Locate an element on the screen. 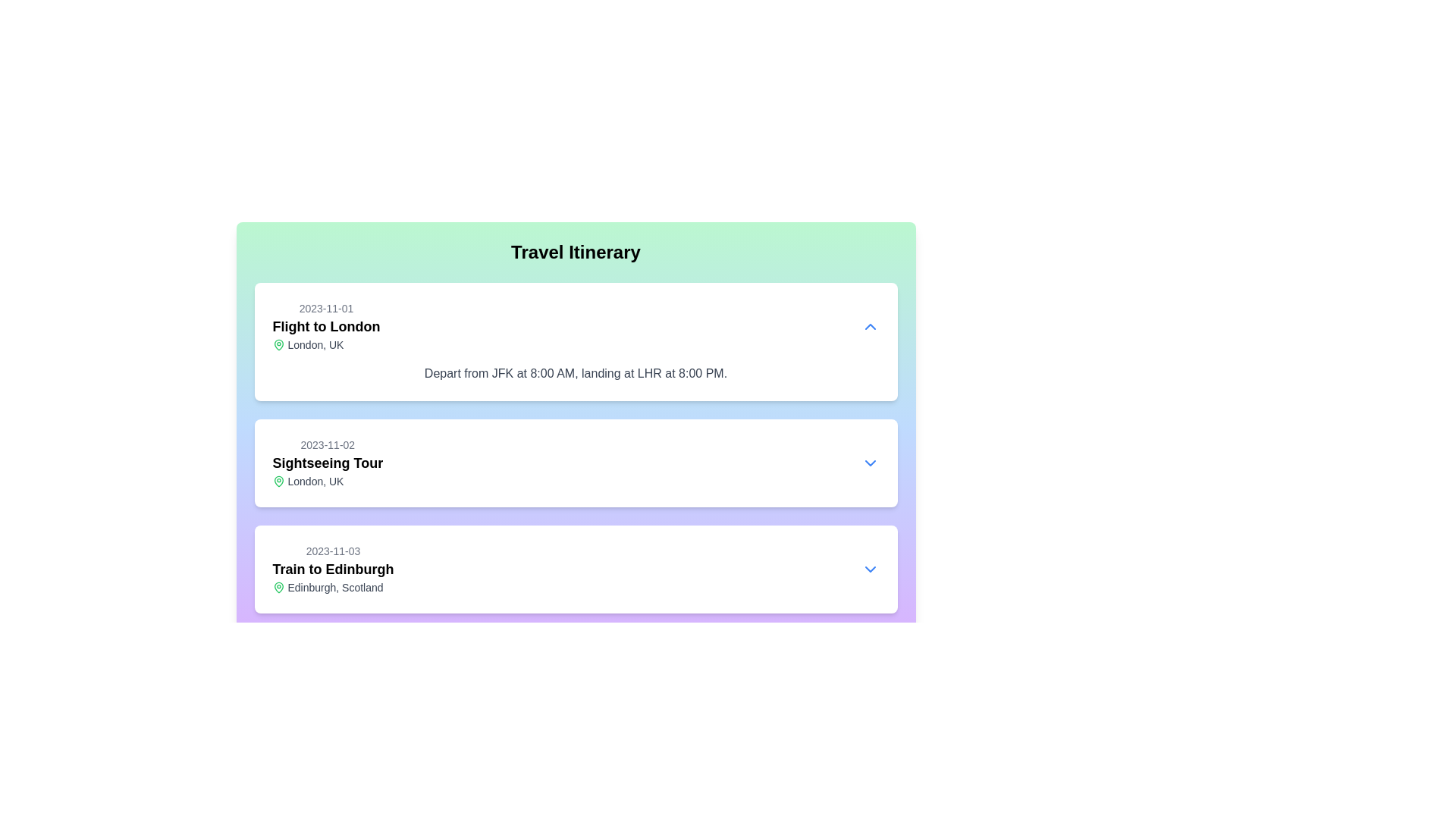  the information of the travel itinerary item, which includes the date '2023-11-01', the flight destination 'Flight to London', and the location 'London, UK' indicated by a green map pin icon is located at coordinates (325, 326).